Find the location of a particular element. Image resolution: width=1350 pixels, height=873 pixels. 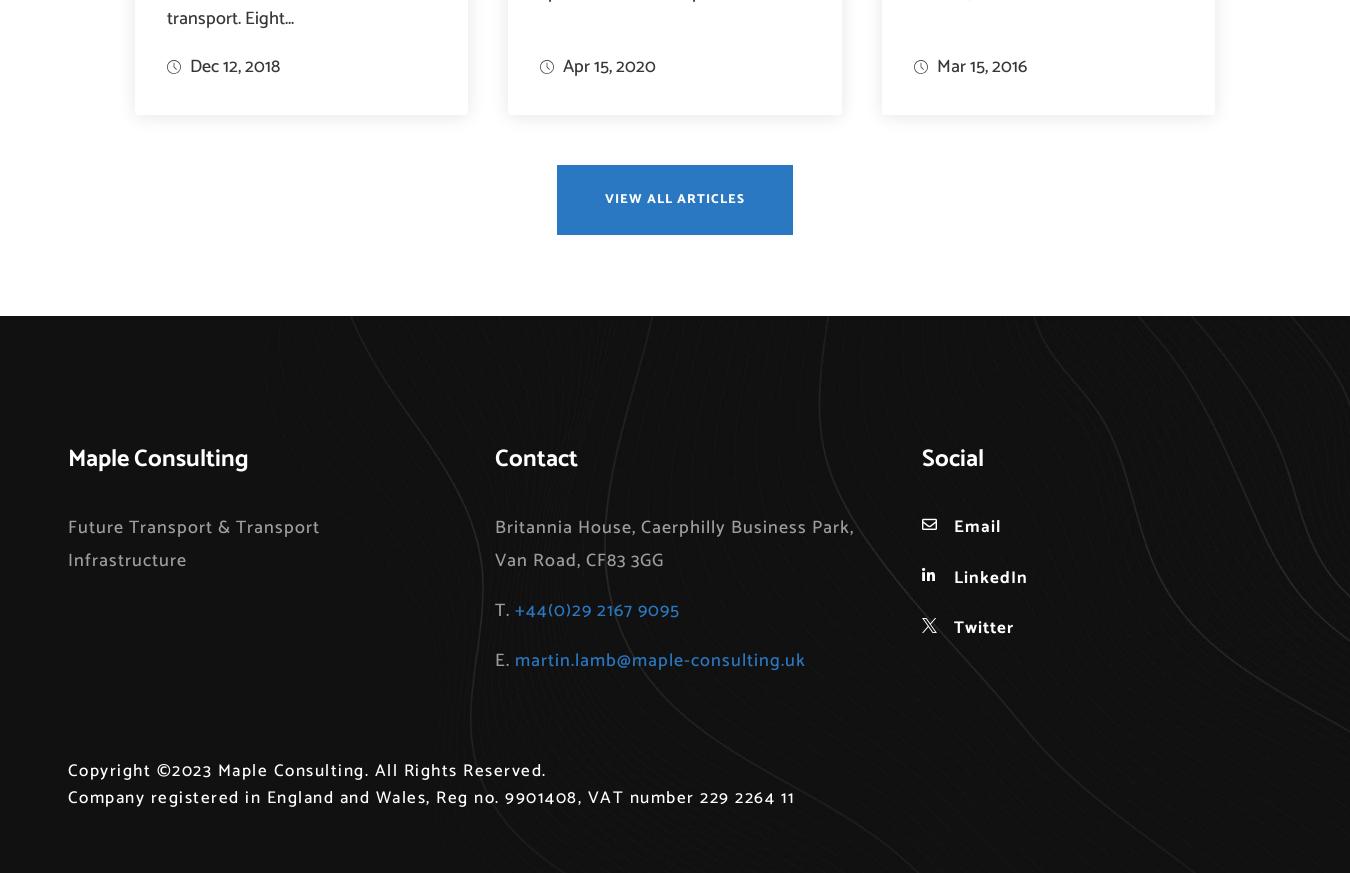

'Email' is located at coordinates (953, 526).